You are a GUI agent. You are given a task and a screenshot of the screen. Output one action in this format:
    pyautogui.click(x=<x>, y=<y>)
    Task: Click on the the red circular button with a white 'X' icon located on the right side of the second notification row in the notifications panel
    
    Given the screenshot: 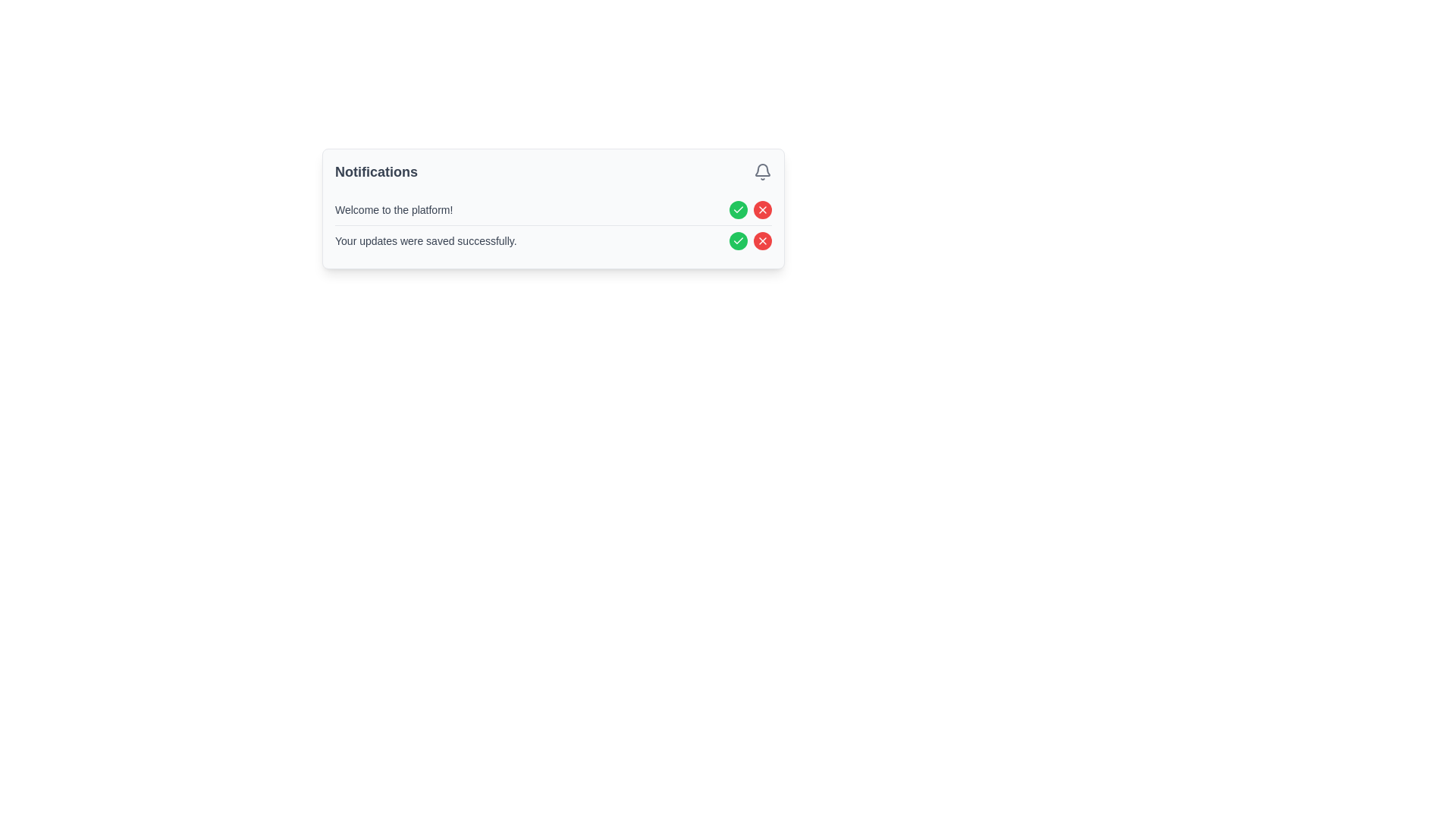 What is the action you would take?
    pyautogui.click(x=763, y=210)
    